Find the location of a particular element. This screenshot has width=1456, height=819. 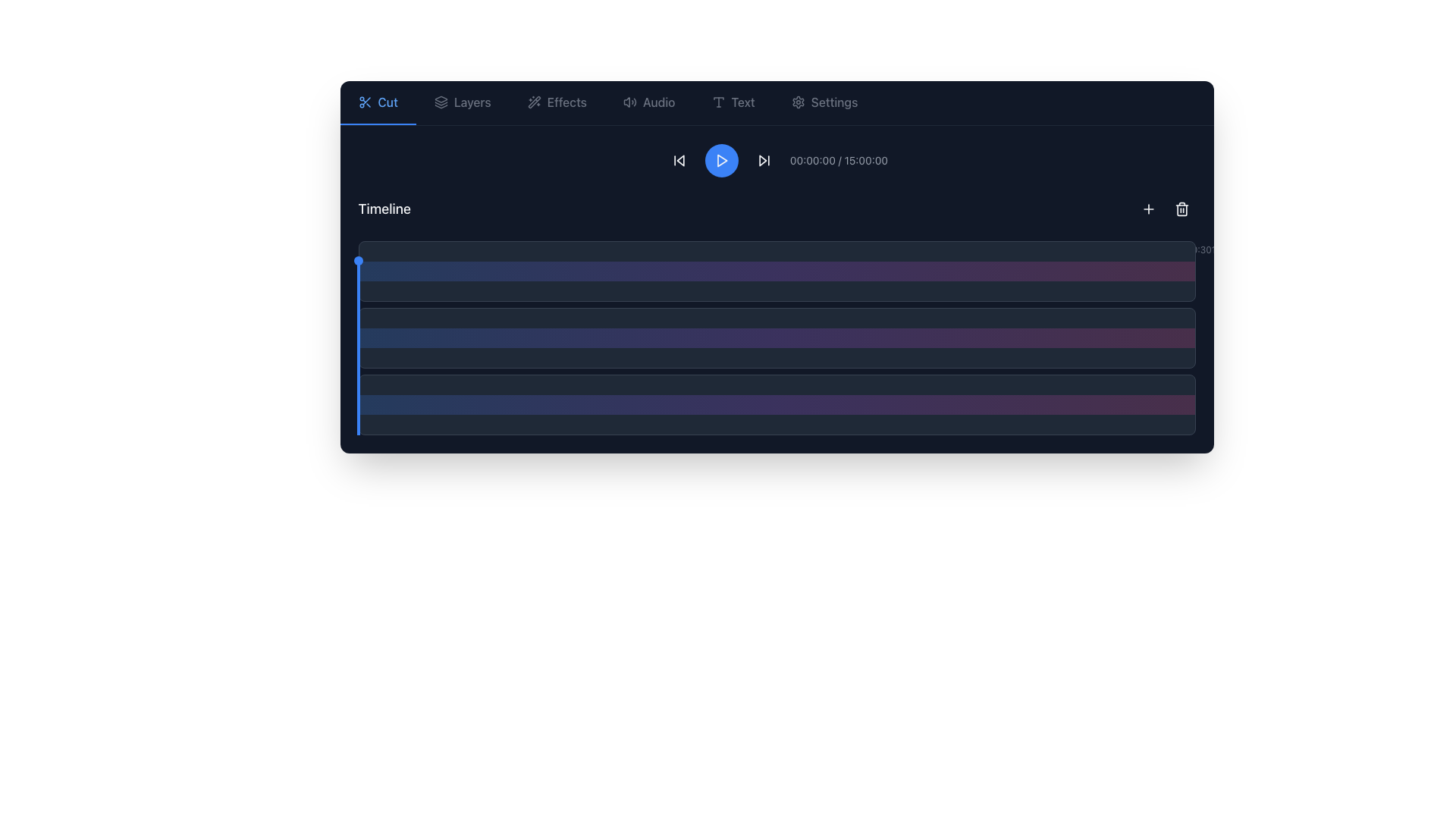

the 'Settings' button located in the top navigation bar, which features a gear icon and is the last option in the series of navigation items is located at coordinates (824, 102).